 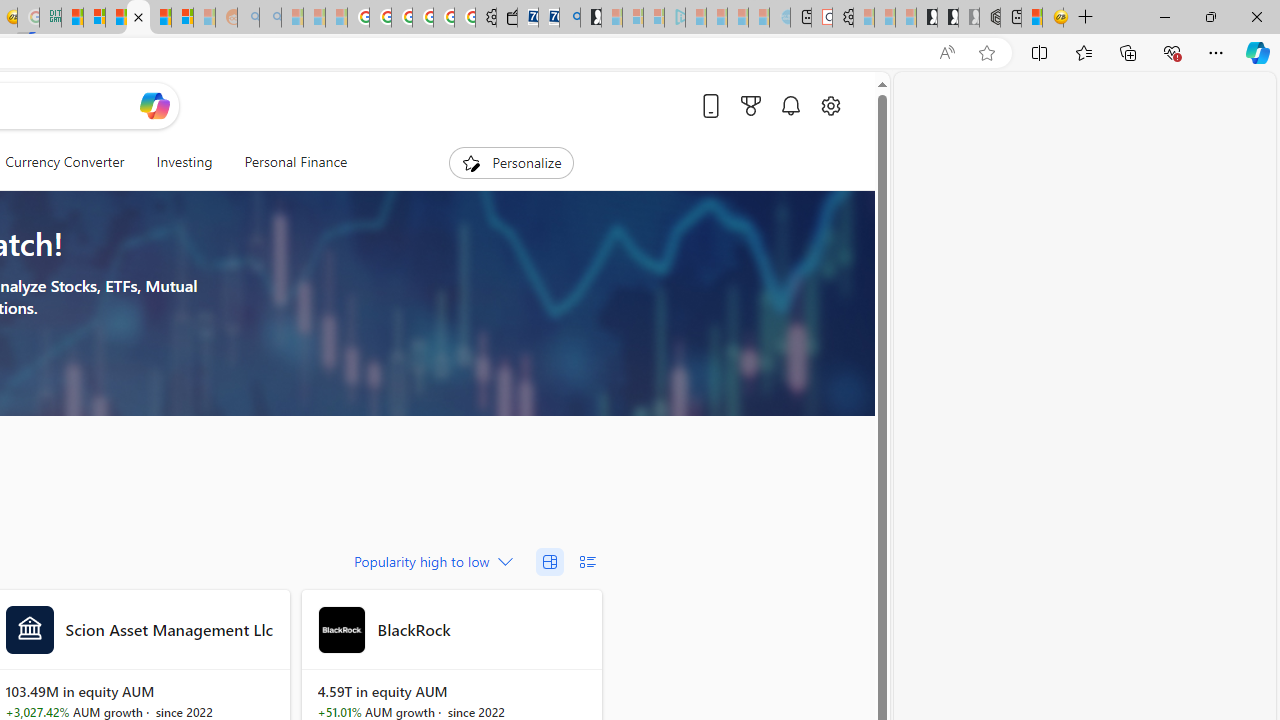 What do you see at coordinates (549, 561) in the screenshot?
I see `'Card View'` at bounding box center [549, 561].